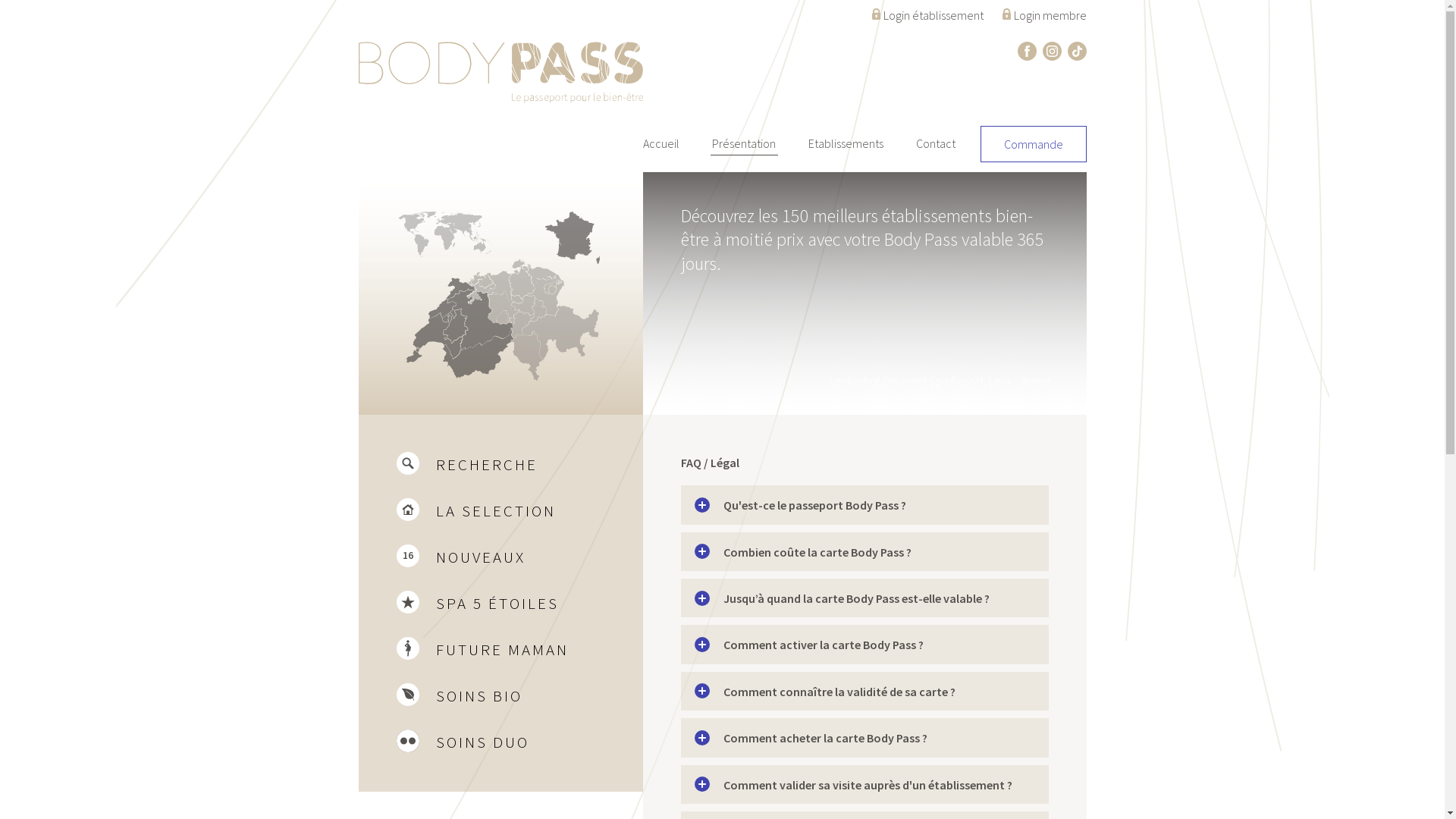 This screenshot has width=1456, height=819. I want to click on 'Open', so click(694, 551).